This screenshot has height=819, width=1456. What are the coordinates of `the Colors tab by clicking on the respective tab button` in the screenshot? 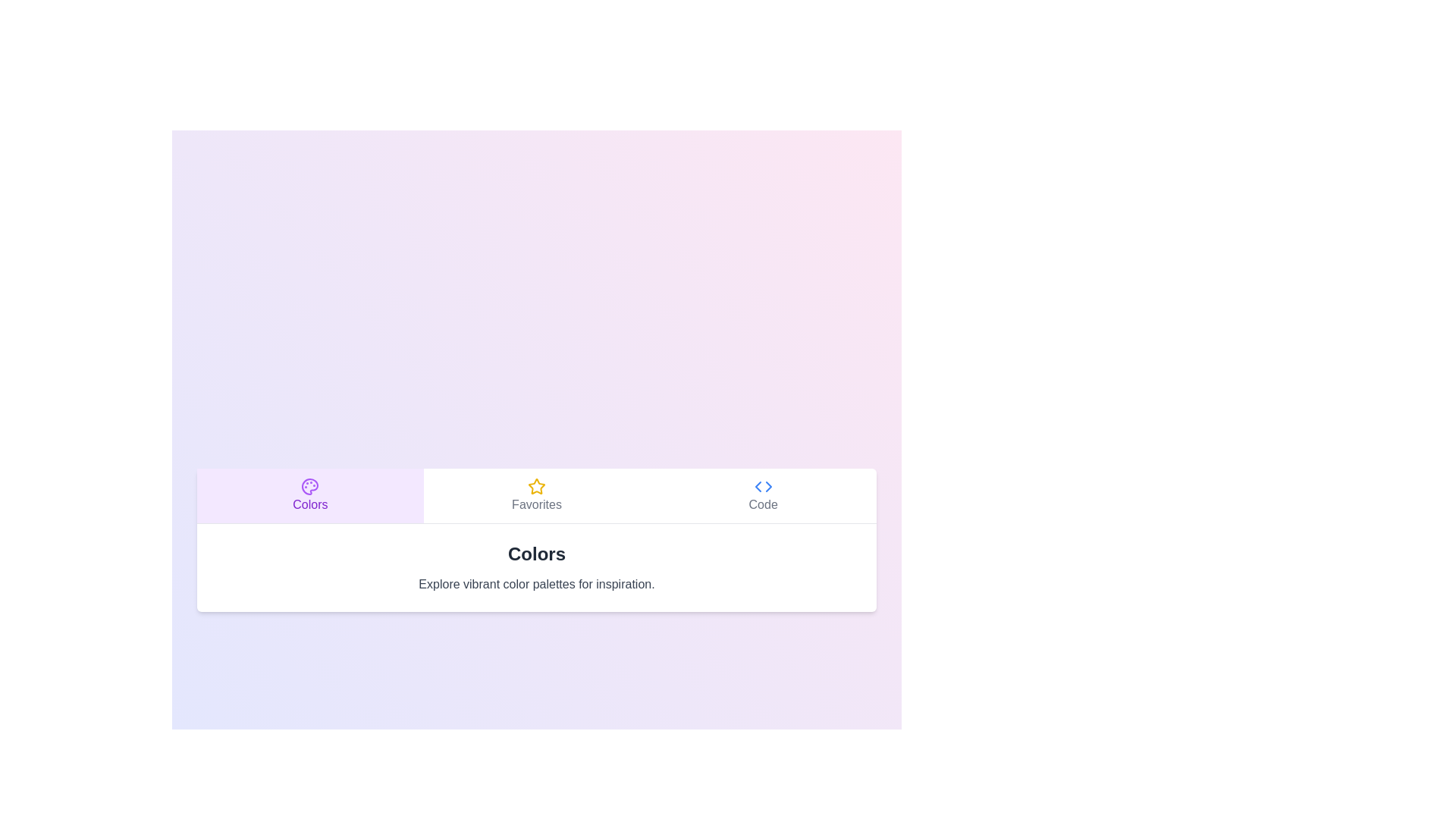 It's located at (309, 495).